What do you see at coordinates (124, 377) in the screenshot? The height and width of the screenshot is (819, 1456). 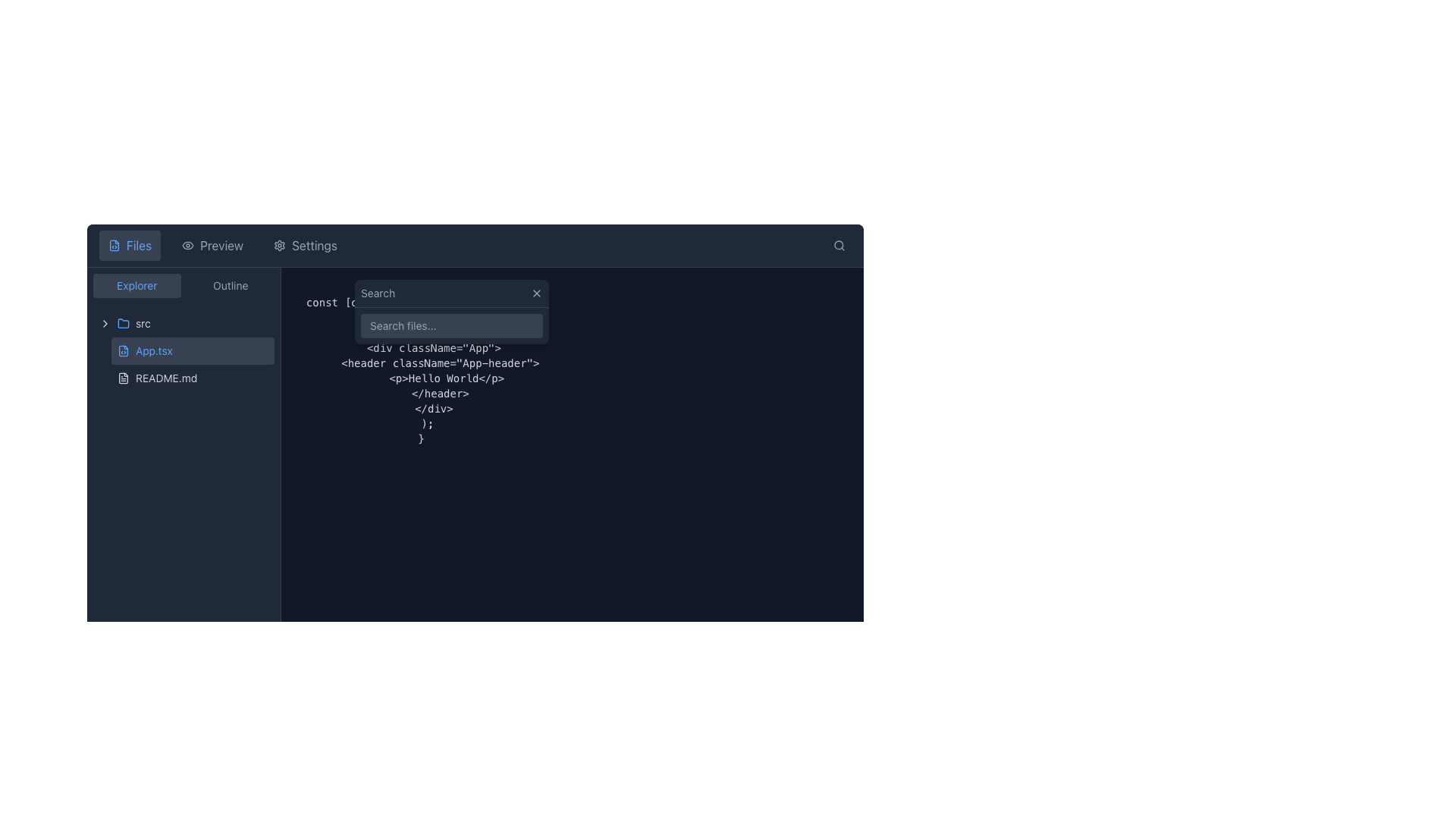 I see `the 'README.md' file icon in the file explorer section, which visually represents the file type as text or document-based, located in the left sidebar` at bounding box center [124, 377].